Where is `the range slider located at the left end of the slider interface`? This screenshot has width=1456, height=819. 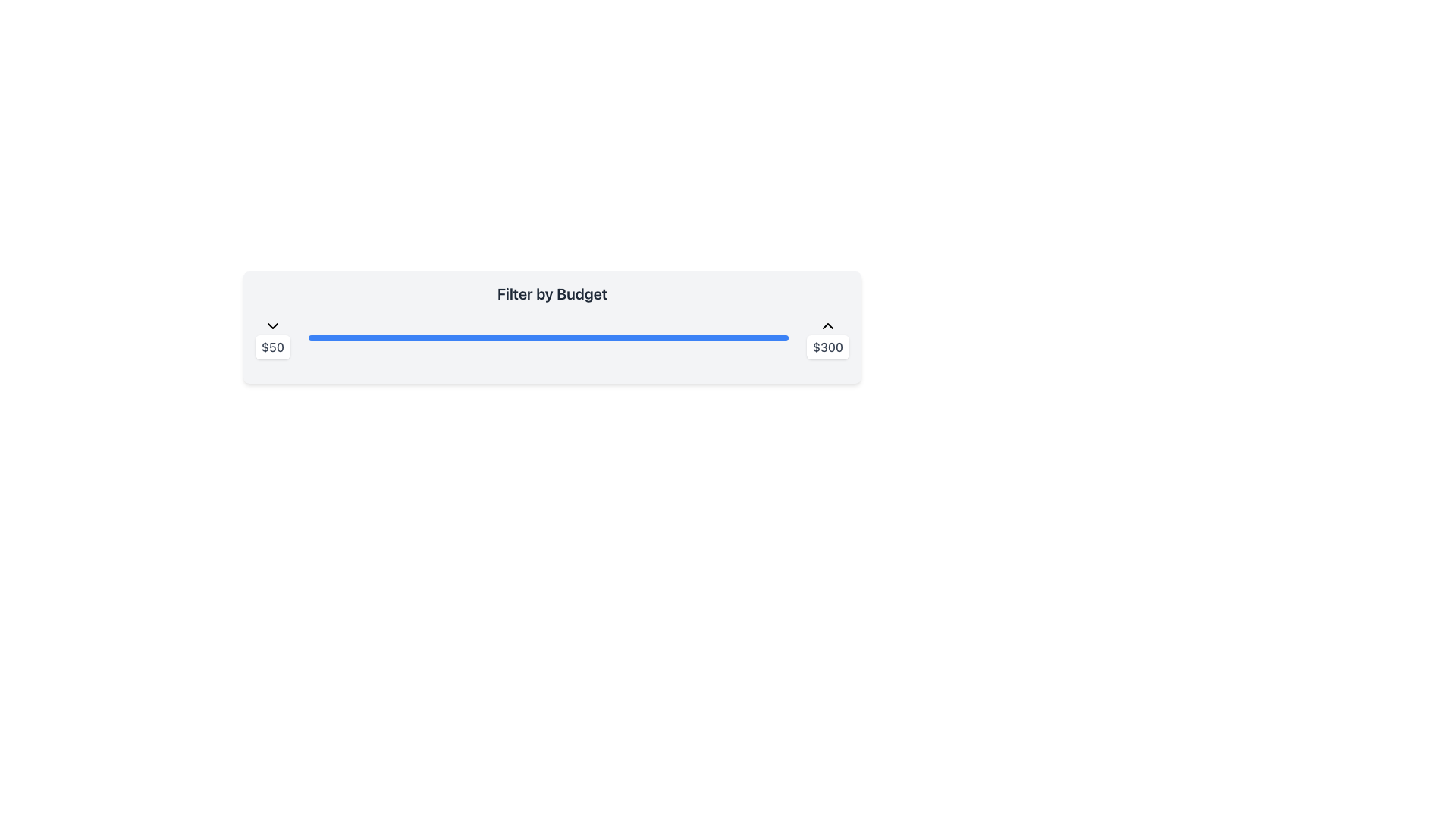
the range slider located at the left end of the slider interface is located at coordinates (273, 337).